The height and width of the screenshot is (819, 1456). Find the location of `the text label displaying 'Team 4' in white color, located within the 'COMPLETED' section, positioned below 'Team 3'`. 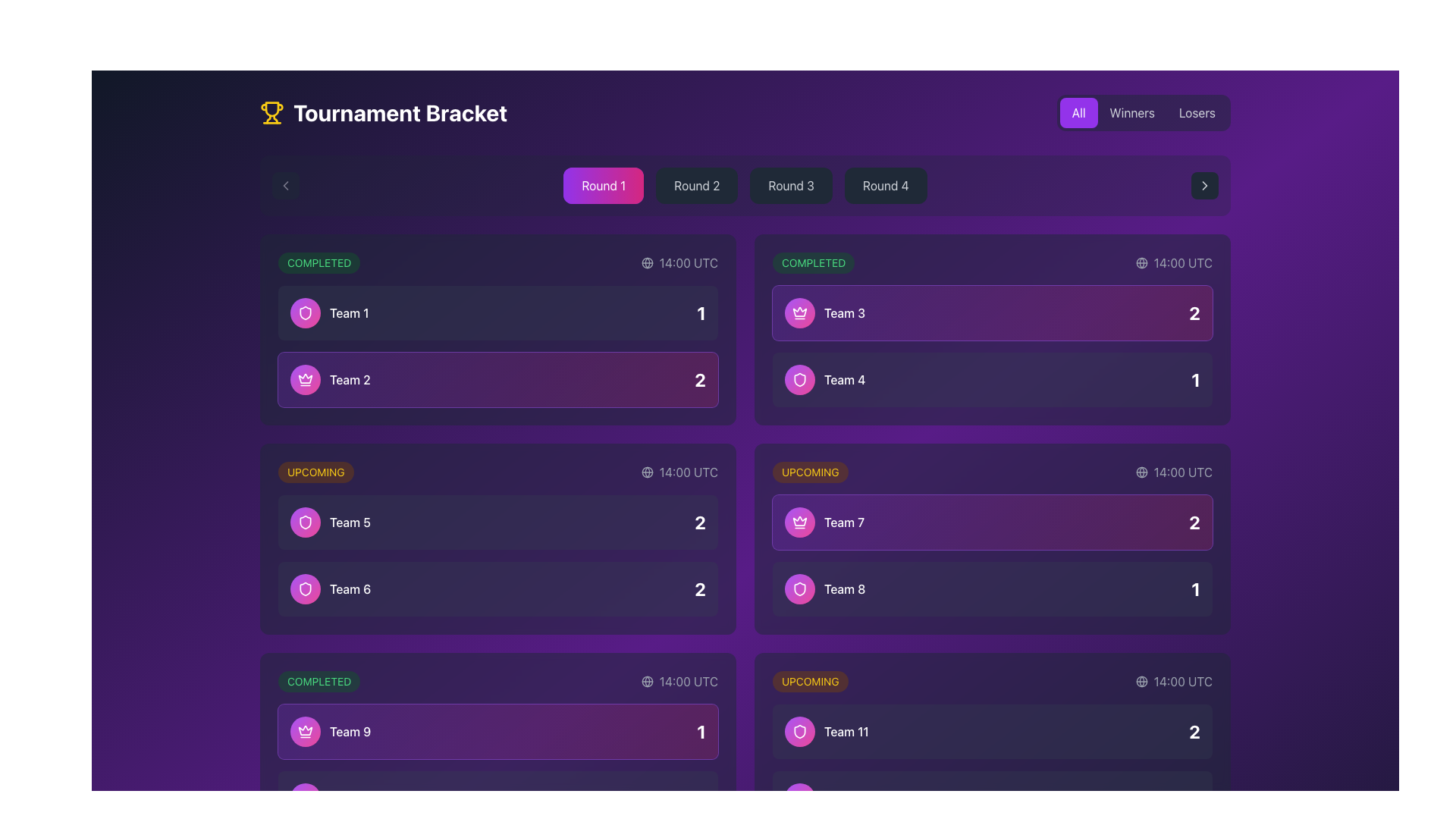

the text label displaying 'Team 4' in white color, located within the 'COMPLETED' section, positioned below 'Team 3' is located at coordinates (844, 379).